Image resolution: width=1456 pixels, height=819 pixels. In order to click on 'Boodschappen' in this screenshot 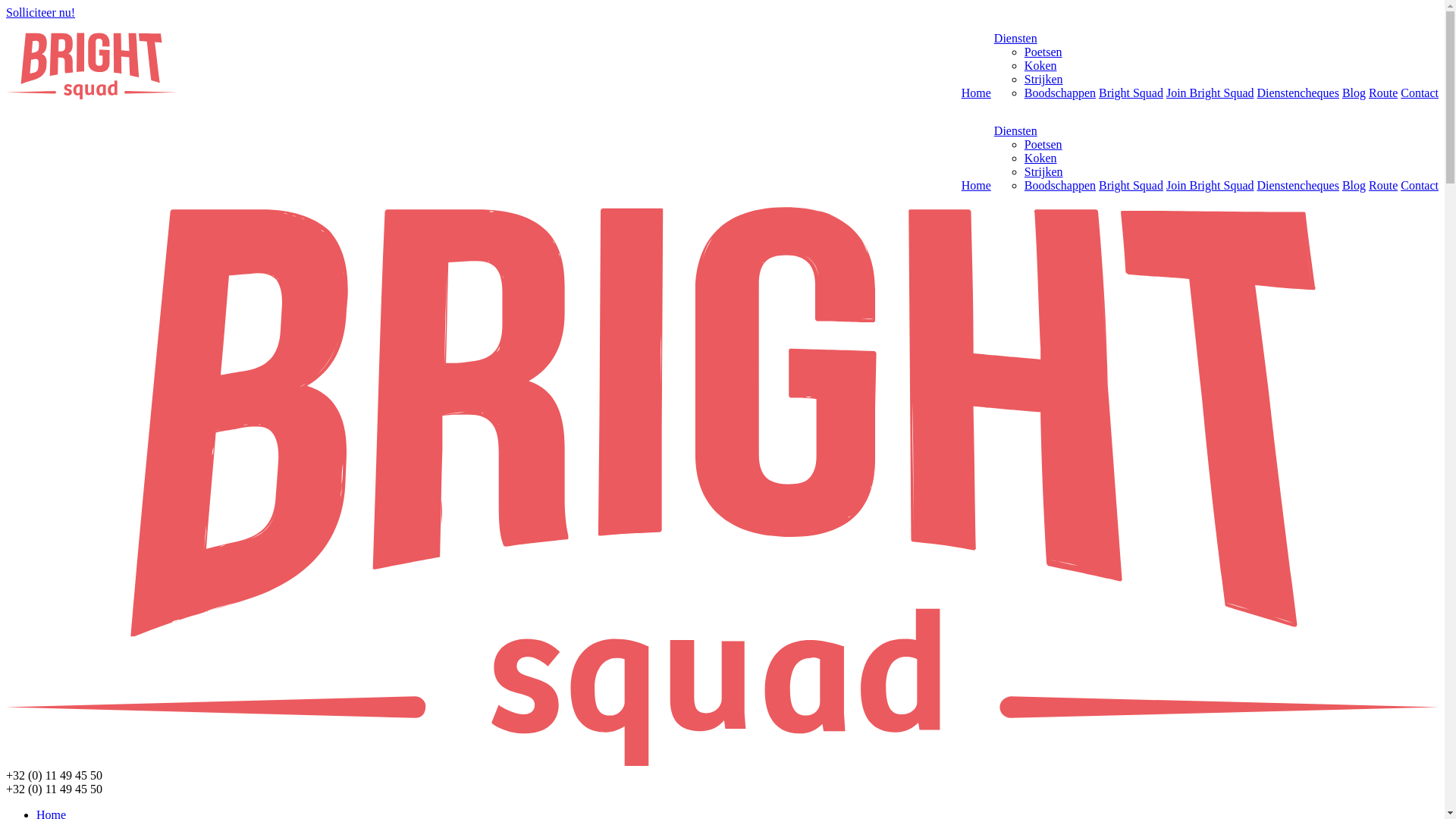, I will do `click(1024, 93)`.